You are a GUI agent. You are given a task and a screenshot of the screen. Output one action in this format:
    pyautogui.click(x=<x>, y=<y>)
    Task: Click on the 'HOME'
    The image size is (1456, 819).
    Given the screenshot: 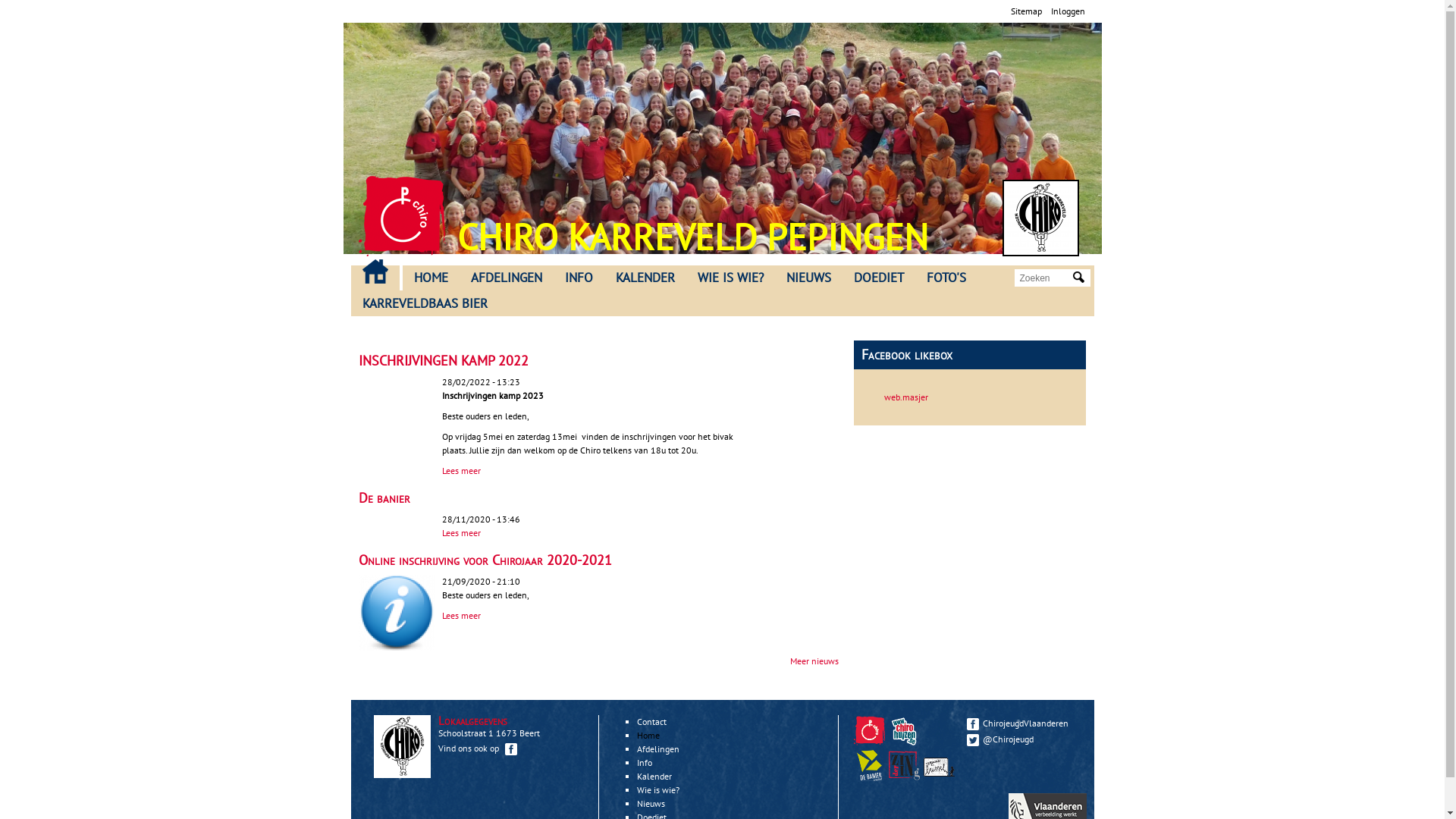 What is the action you would take?
    pyautogui.click(x=429, y=278)
    